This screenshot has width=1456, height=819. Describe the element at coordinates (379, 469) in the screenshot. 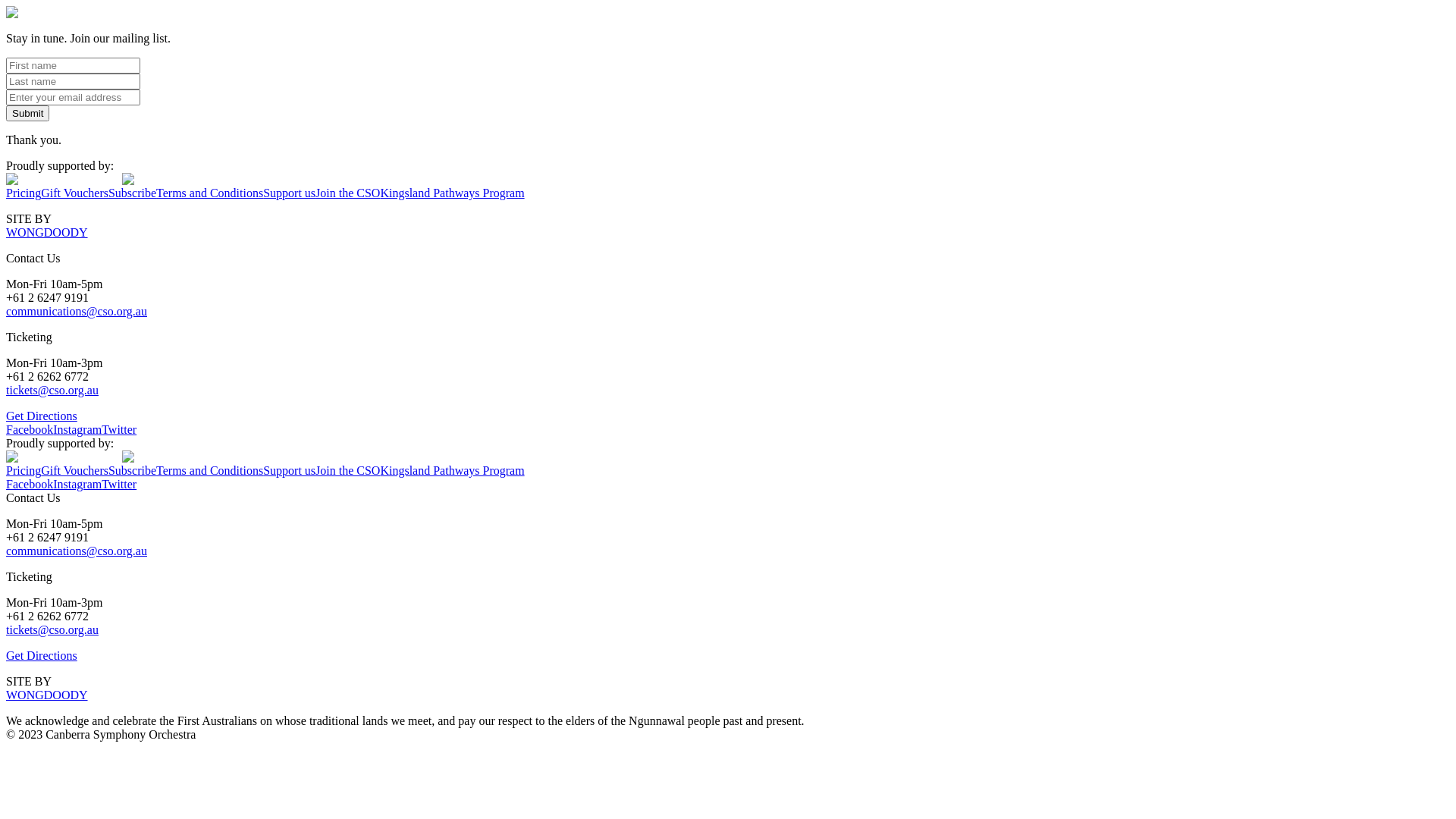

I see `'Kingsland Pathways Program'` at that location.